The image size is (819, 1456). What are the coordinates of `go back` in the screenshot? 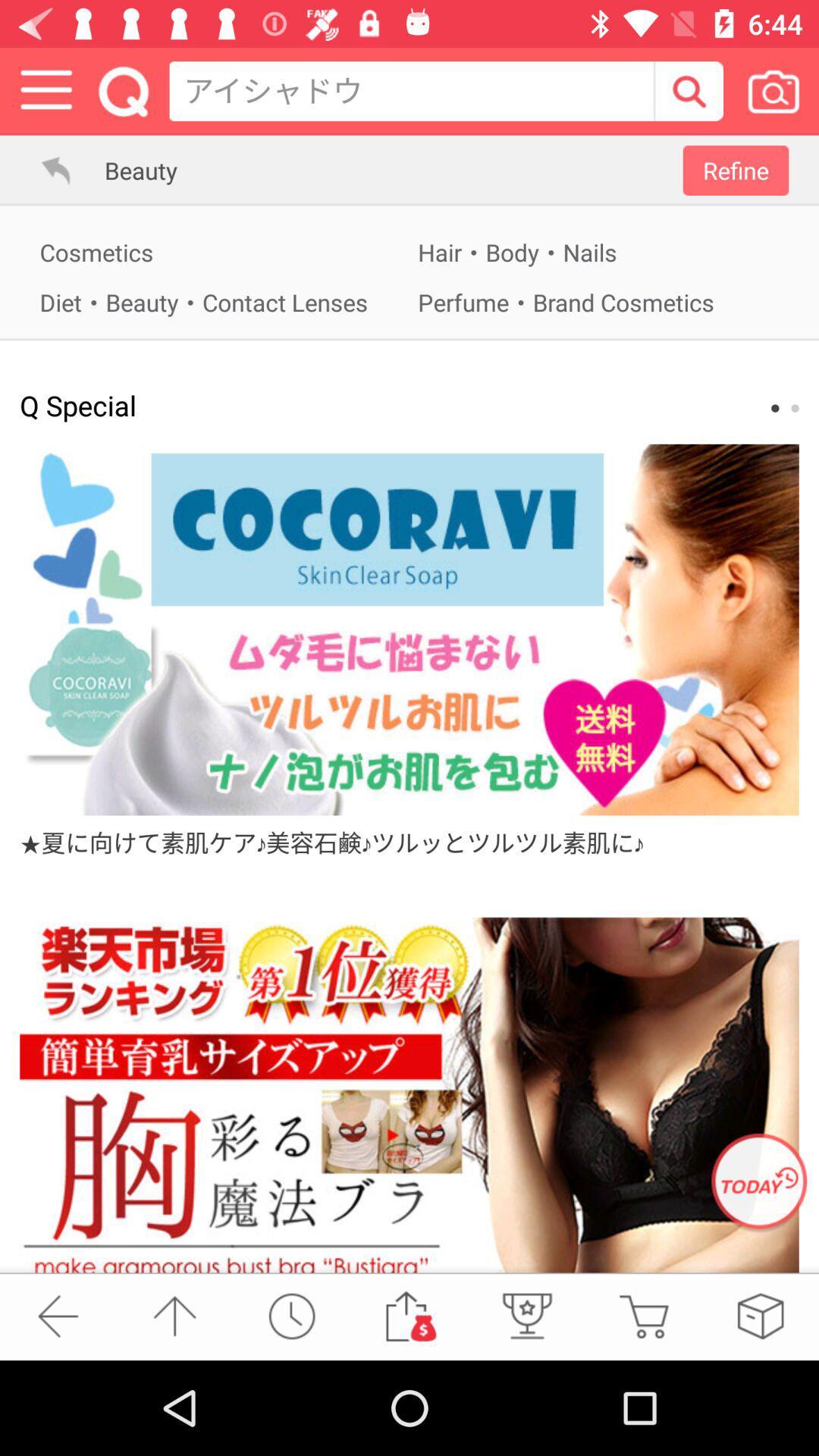 It's located at (57, 1315).